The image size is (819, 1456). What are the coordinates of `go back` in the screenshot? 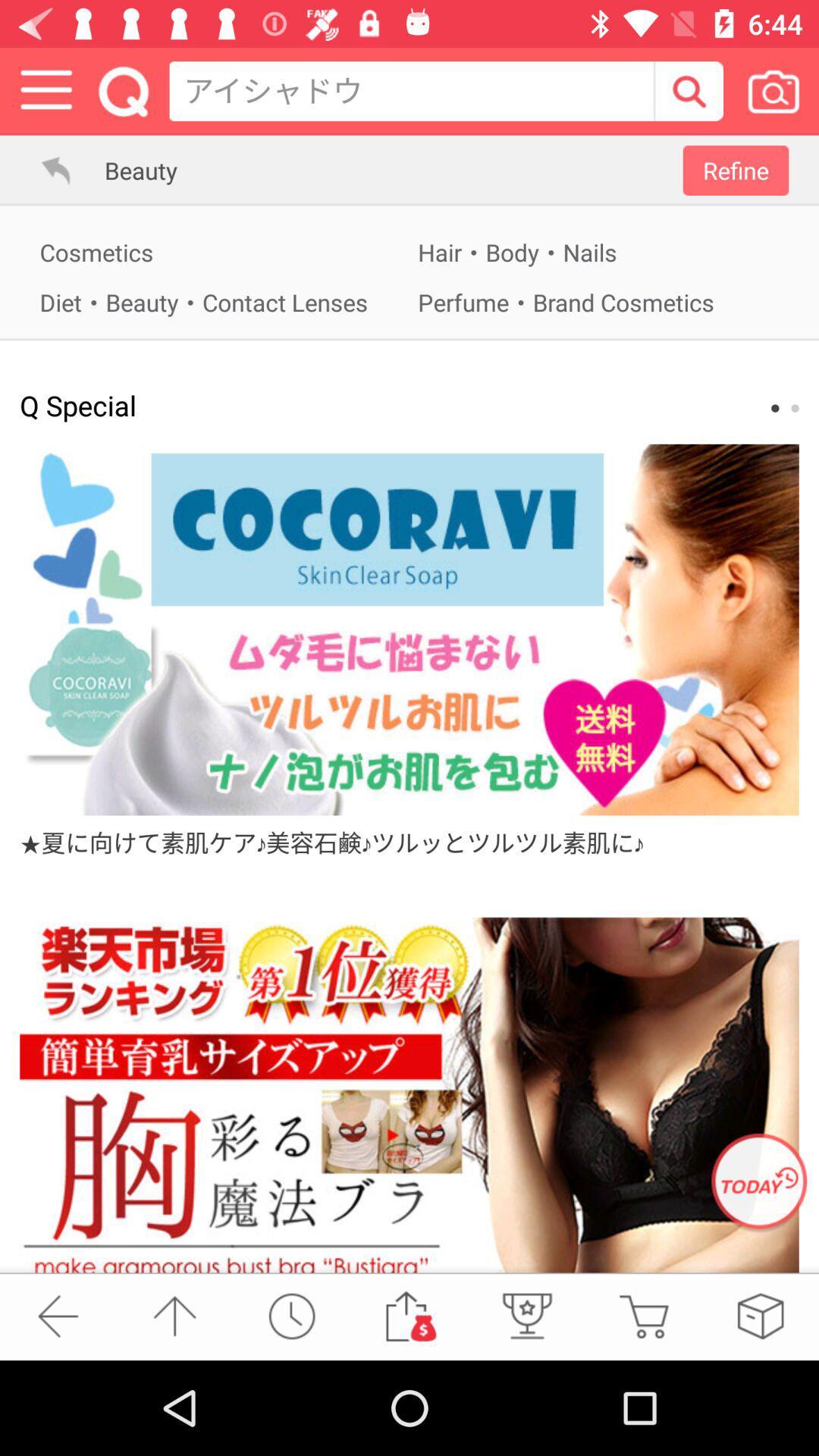 It's located at (57, 1315).